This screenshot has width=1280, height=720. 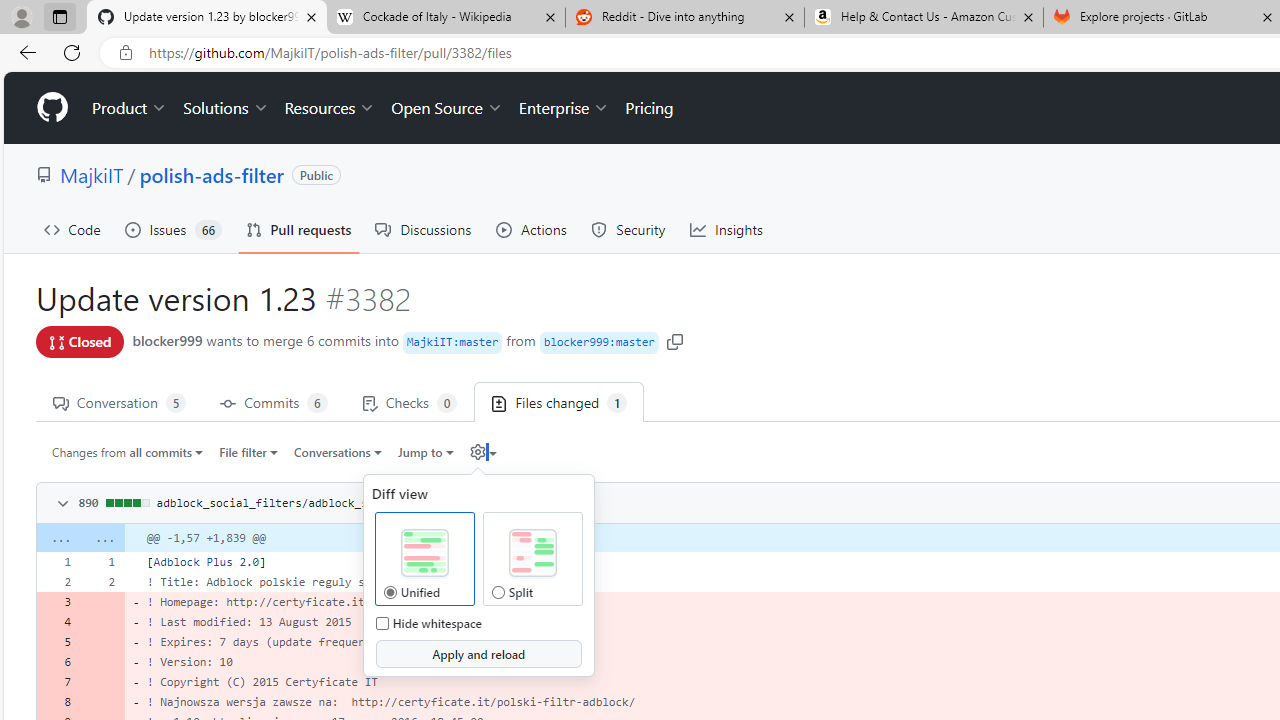 What do you see at coordinates (531, 229) in the screenshot?
I see `'Actions'` at bounding box center [531, 229].